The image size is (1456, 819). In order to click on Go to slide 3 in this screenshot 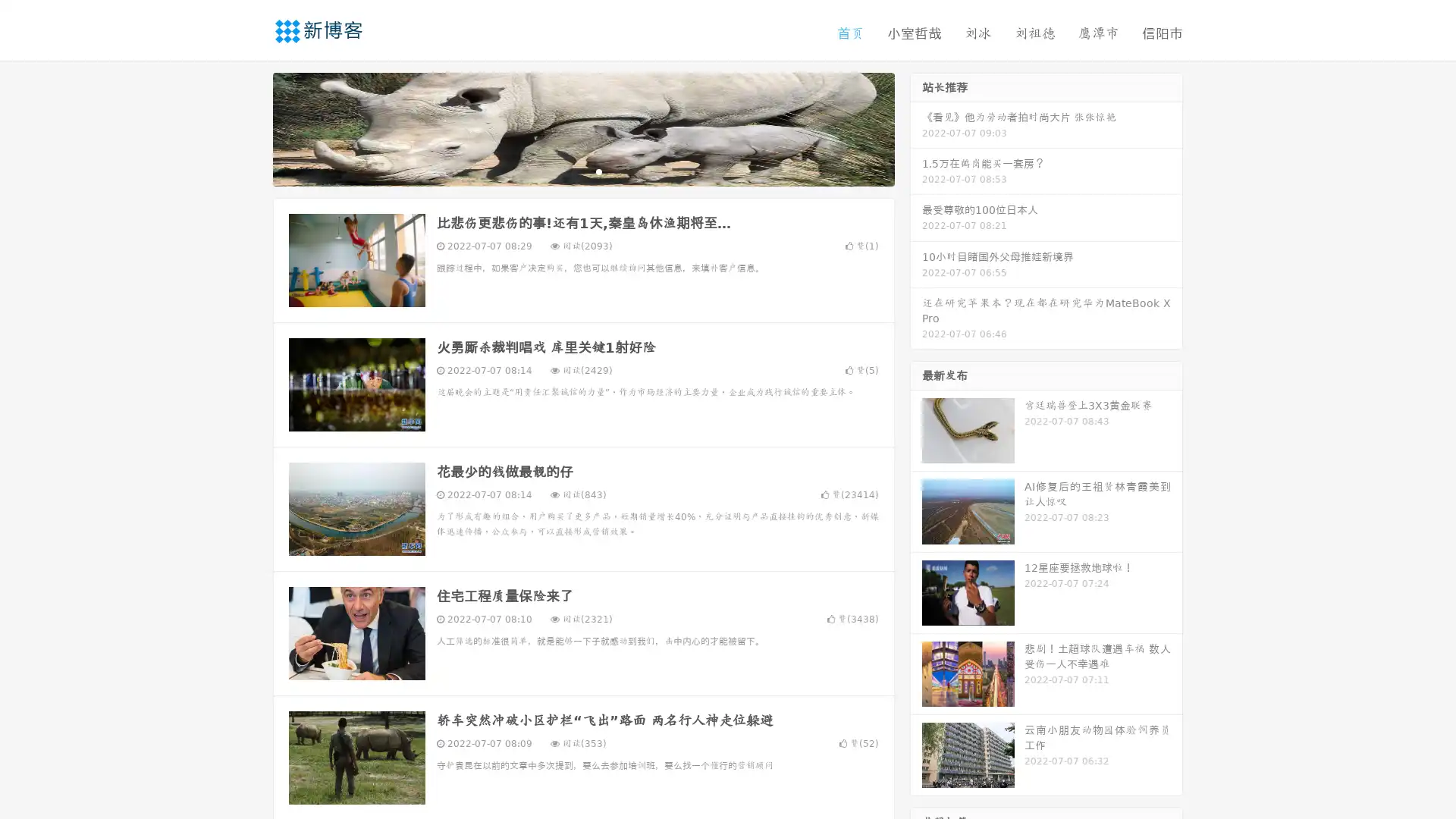, I will do `click(598, 171)`.